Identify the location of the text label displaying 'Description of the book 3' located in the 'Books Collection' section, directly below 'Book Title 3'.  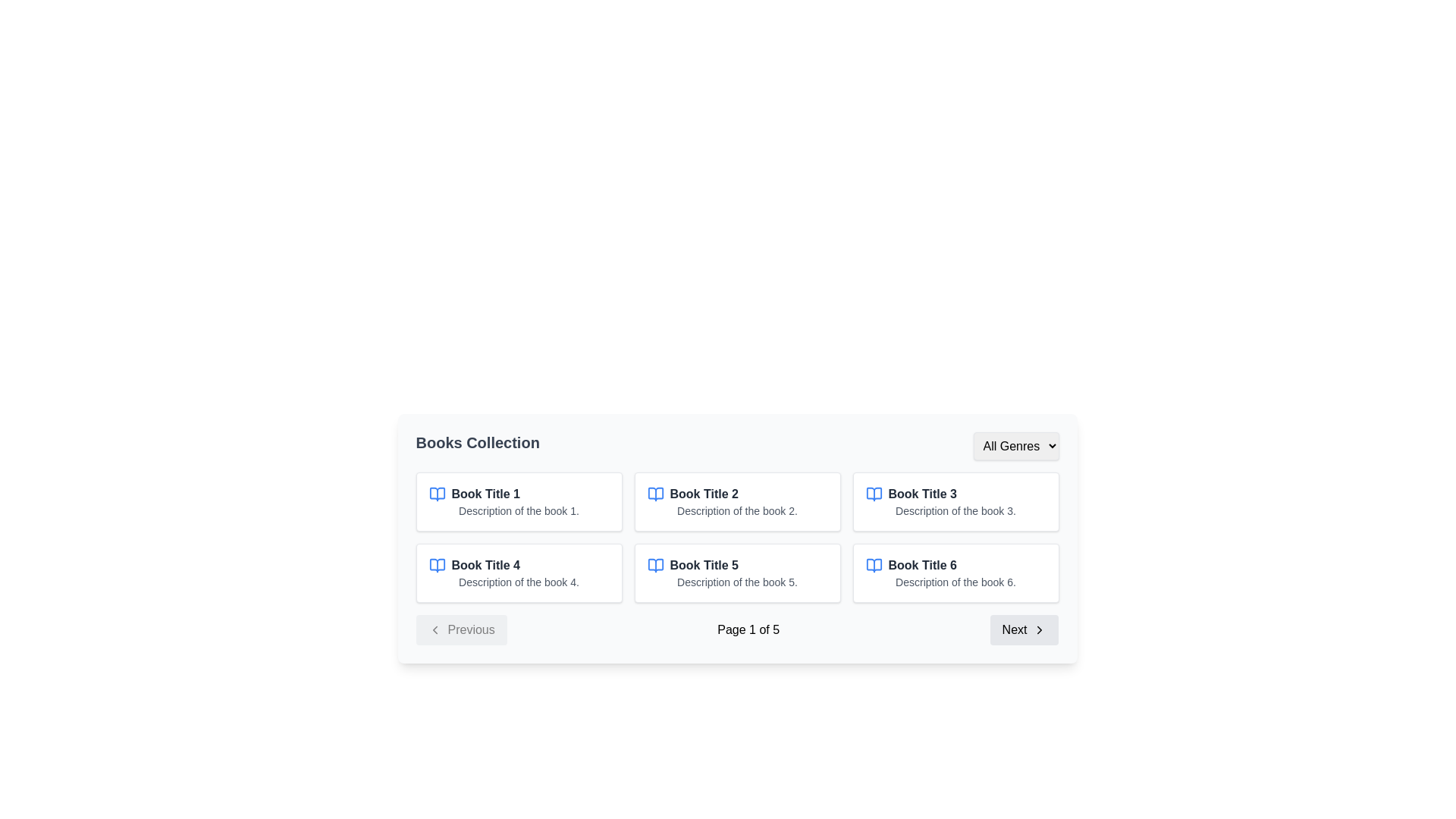
(955, 511).